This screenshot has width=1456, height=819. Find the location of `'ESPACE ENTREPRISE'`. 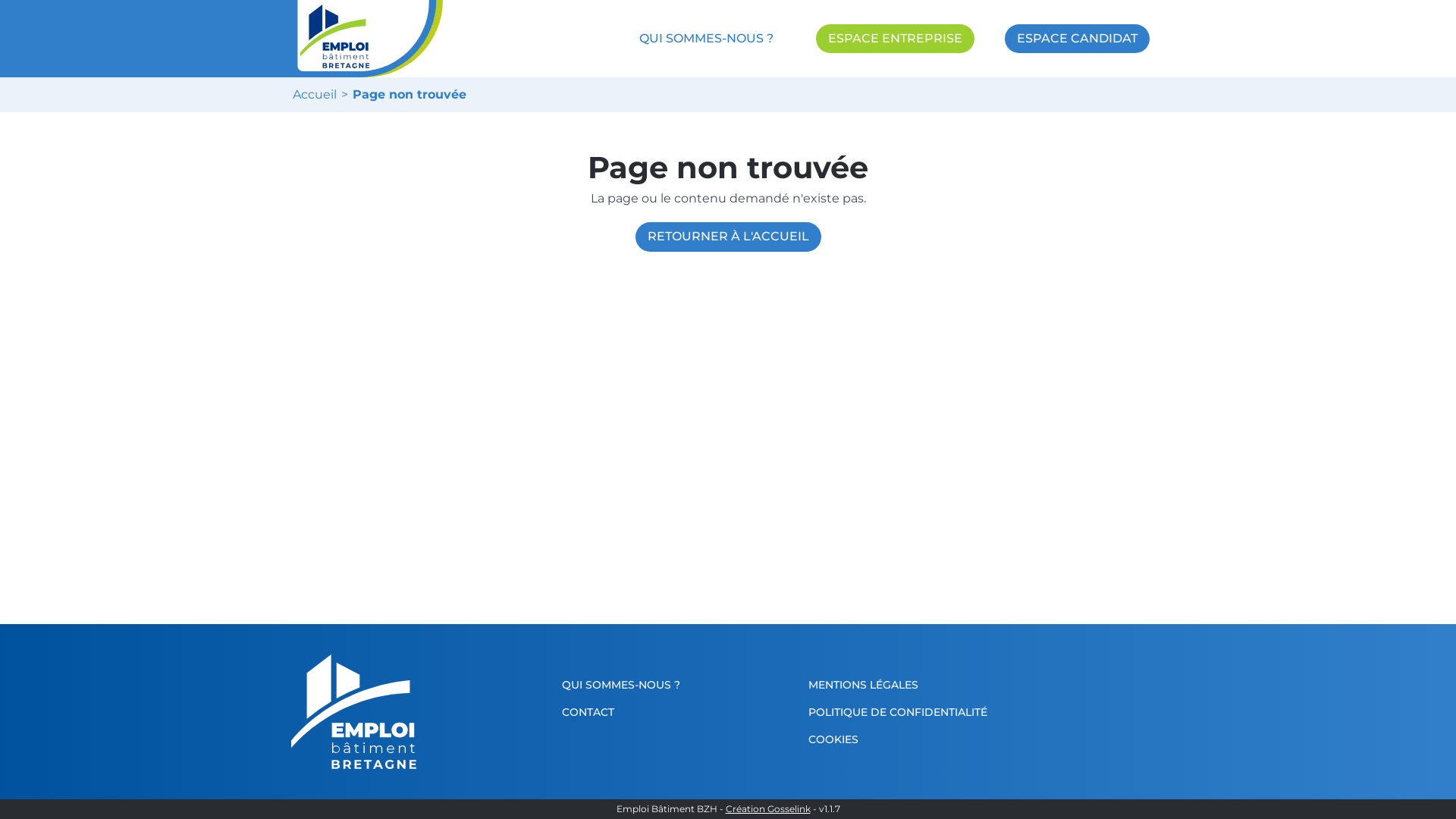

'ESPACE ENTREPRISE' is located at coordinates (895, 37).